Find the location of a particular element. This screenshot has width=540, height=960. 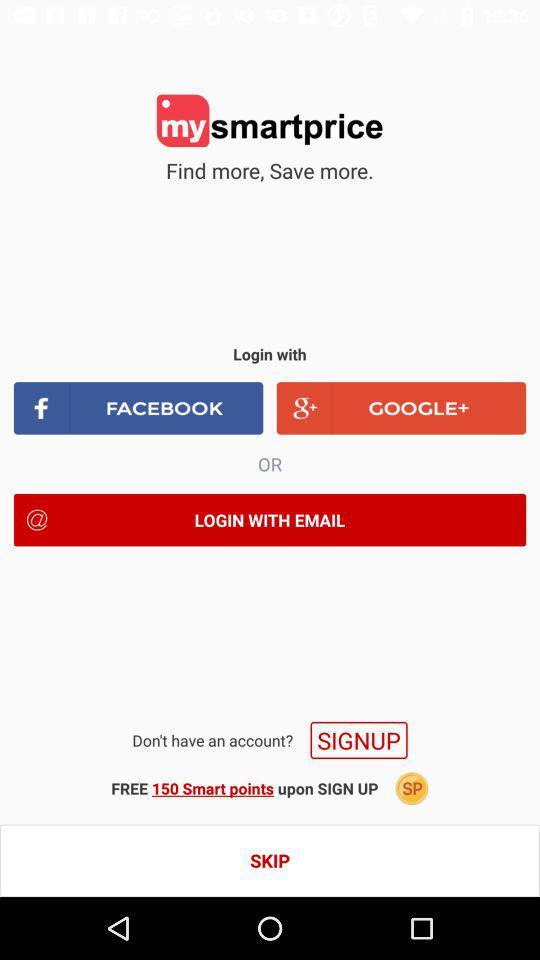

signup item is located at coordinates (358, 739).